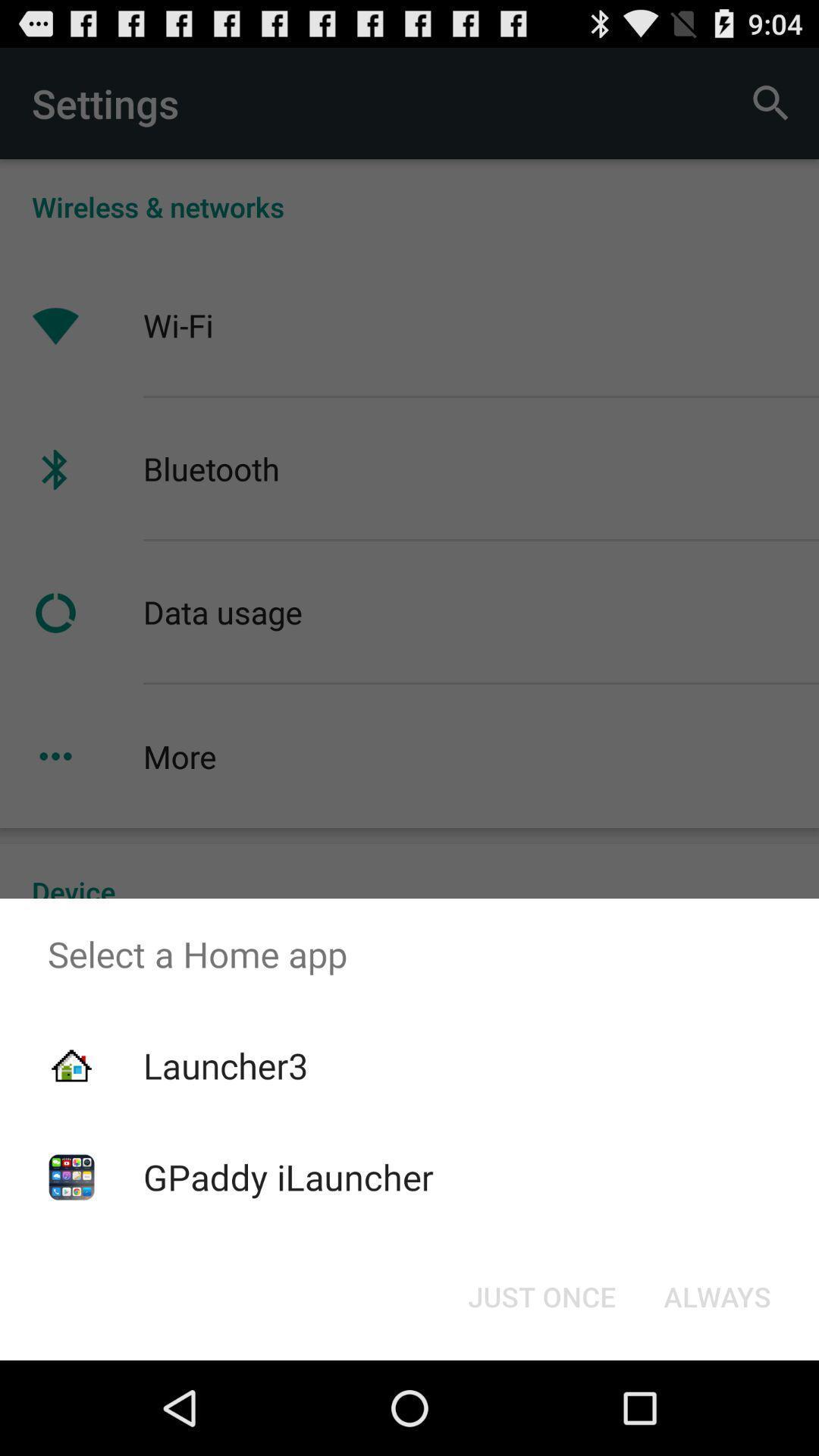 Image resolution: width=819 pixels, height=1456 pixels. I want to click on the icon above the gpaddy ilauncher, so click(225, 1065).